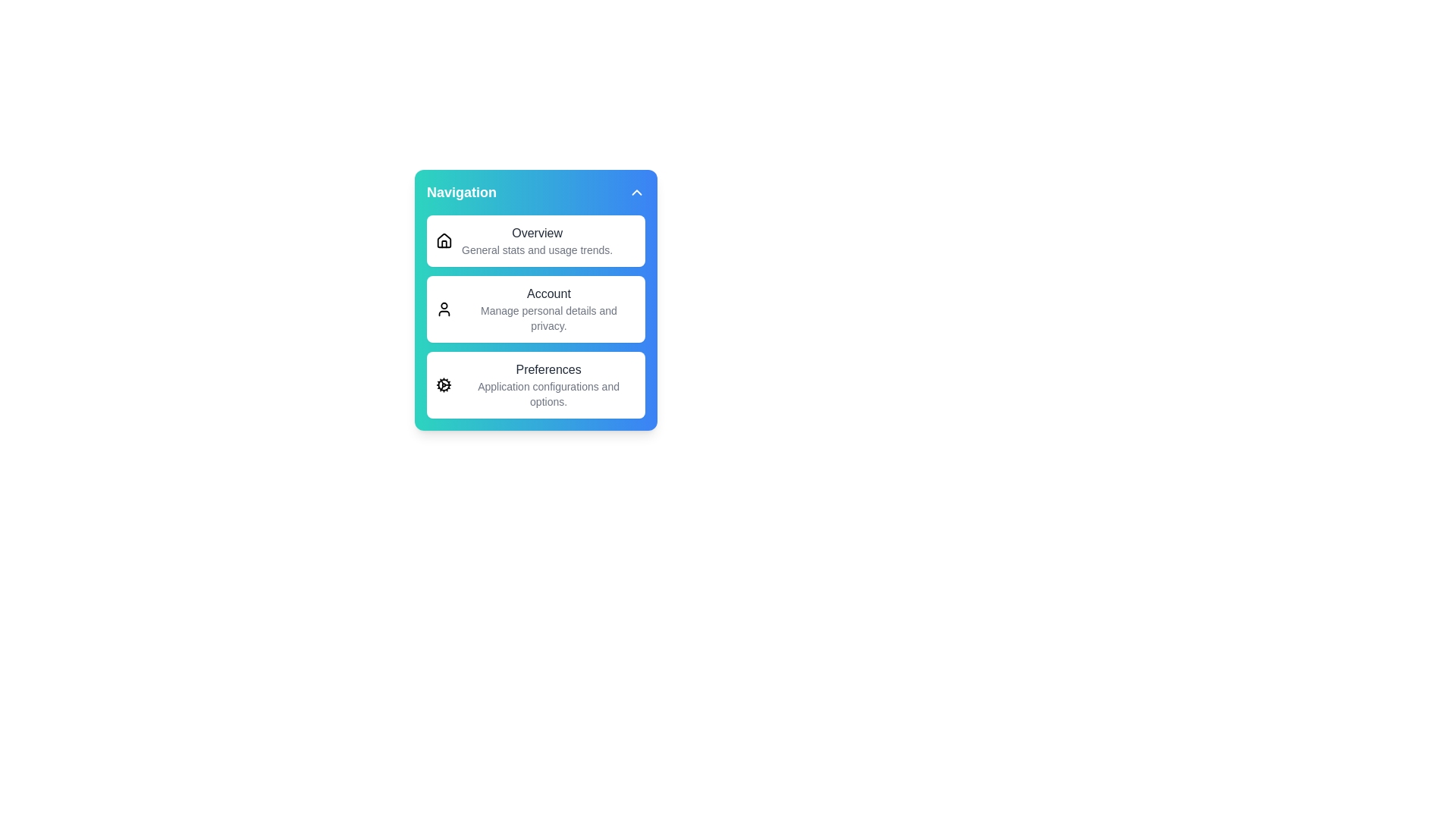  I want to click on the menu item labeled Preferences, so click(535, 384).